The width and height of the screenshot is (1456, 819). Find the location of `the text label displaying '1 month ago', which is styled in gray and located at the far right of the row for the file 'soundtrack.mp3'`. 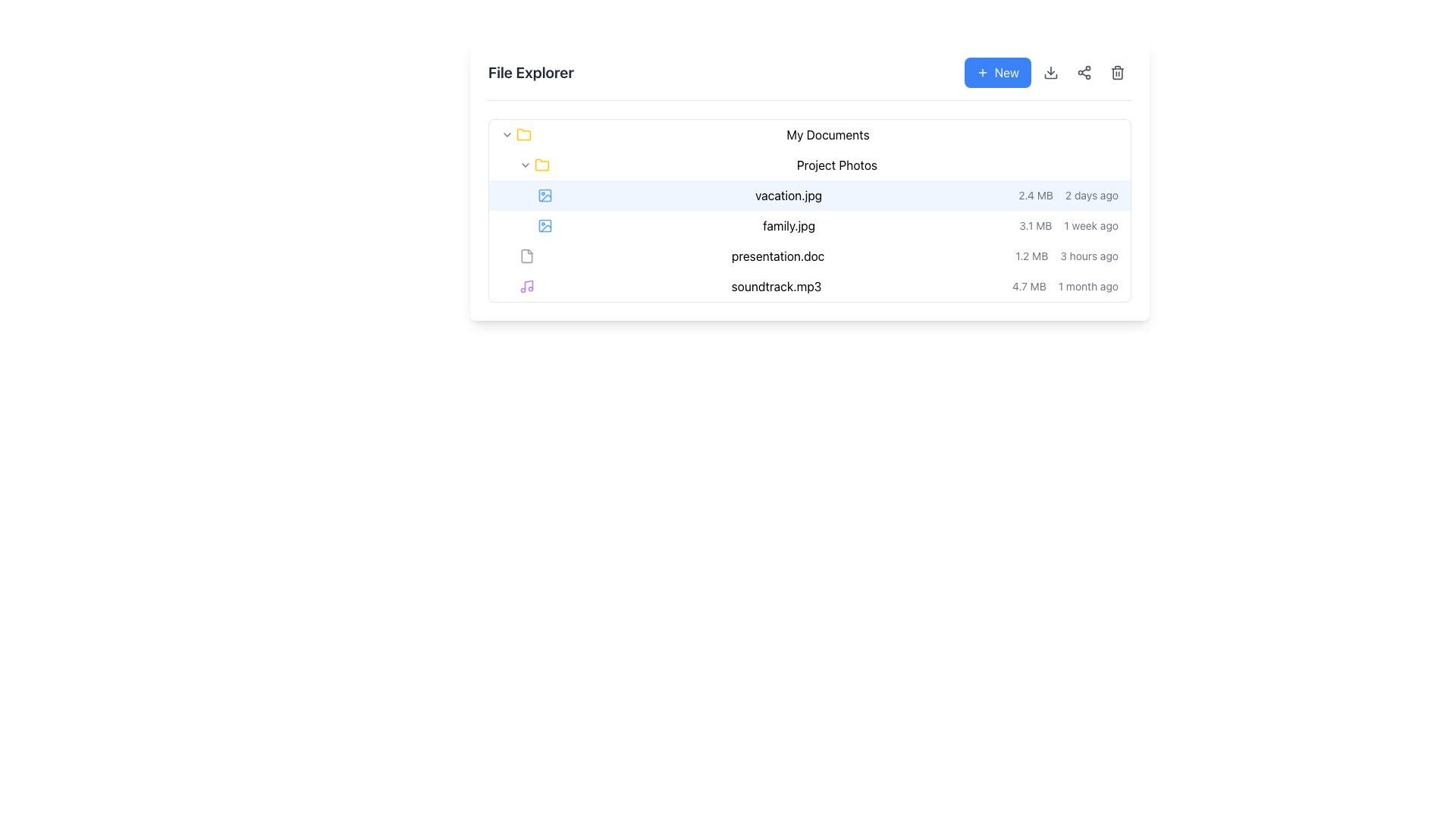

the text label displaying '1 month ago', which is styled in gray and located at the far right of the row for the file 'soundtrack.mp3' is located at coordinates (1087, 287).